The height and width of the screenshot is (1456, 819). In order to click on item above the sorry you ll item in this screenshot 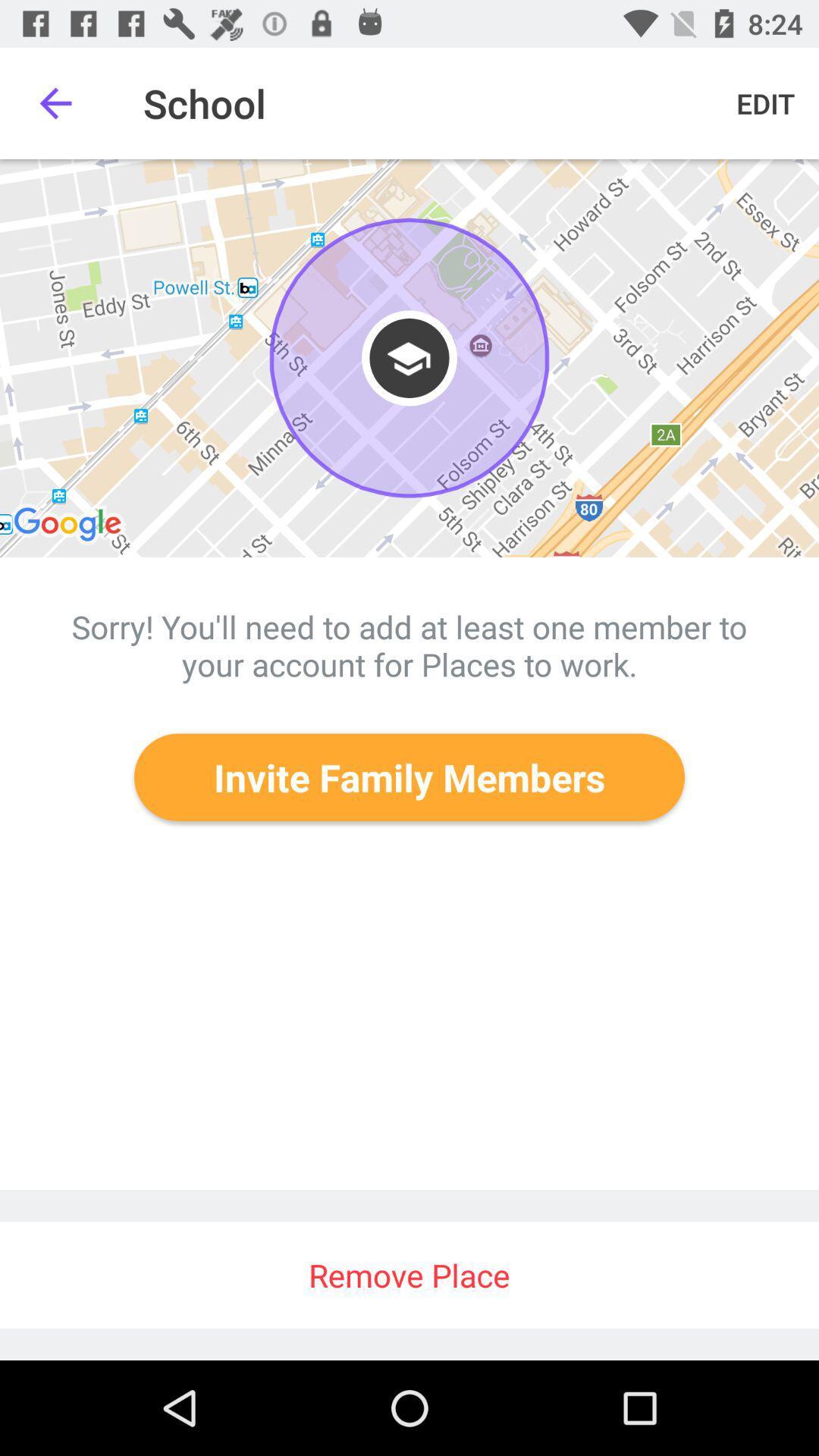, I will do `click(409, 357)`.